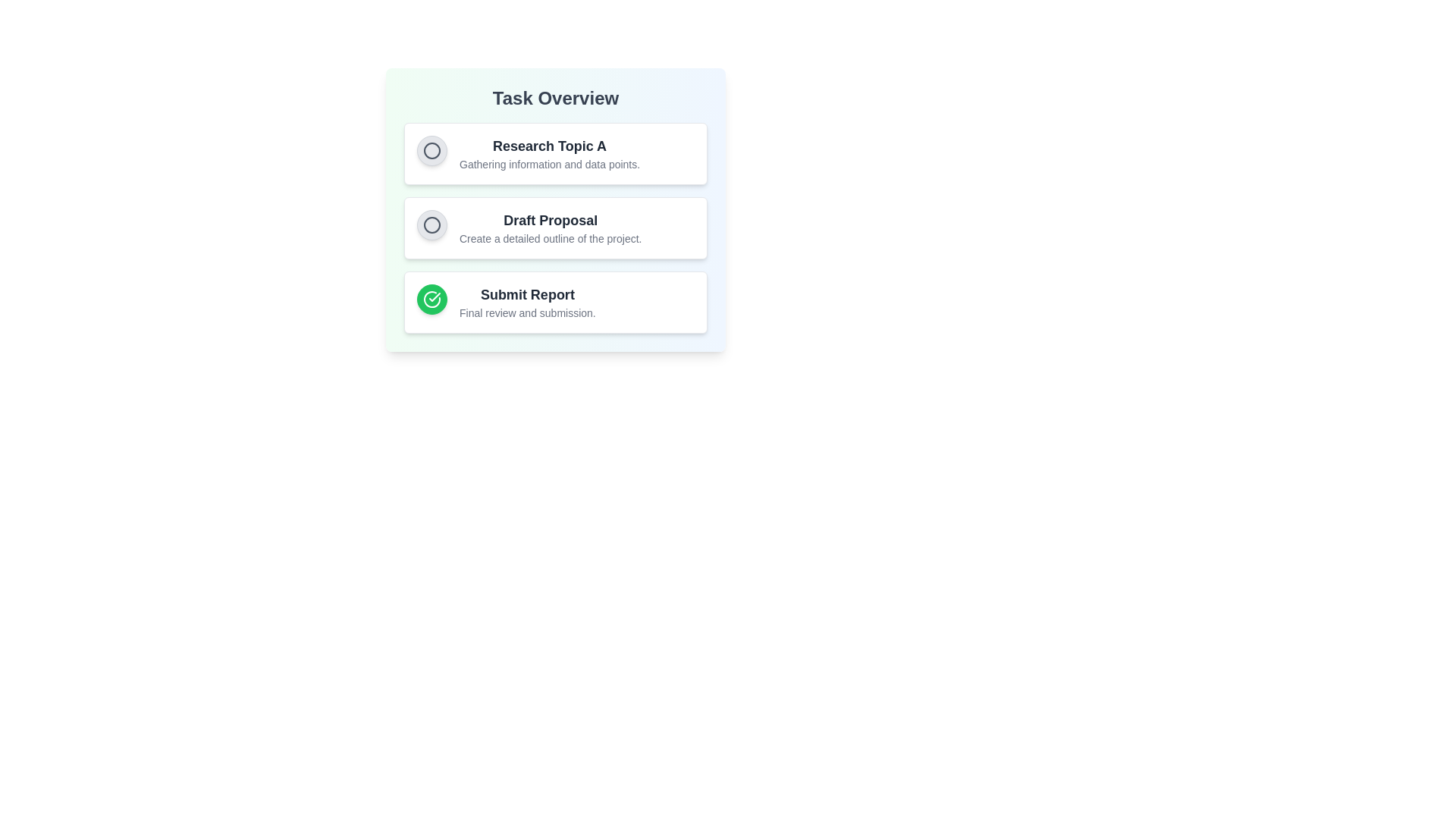 The width and height of the screenshot is (1456, 819). I want to click on the title of the first task in the 'Task Overview' section, so click(548, 146).